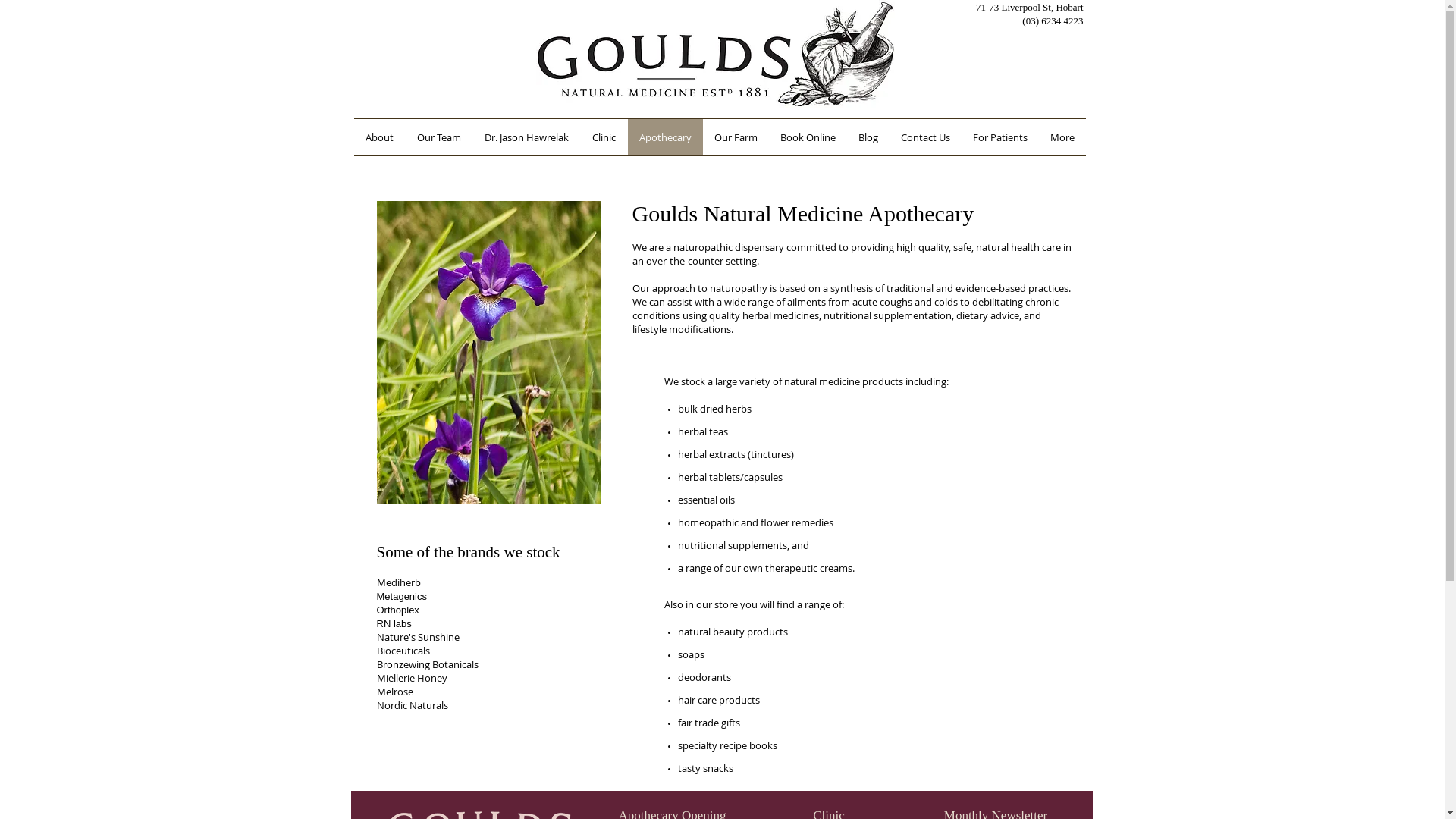 The height and width of the screenshot is (819, 1456). What do you see at coordinates (714, 52) in the screenshot?
I see `'GouldsHoriz.jpg'` at bounding box center [714, 52].